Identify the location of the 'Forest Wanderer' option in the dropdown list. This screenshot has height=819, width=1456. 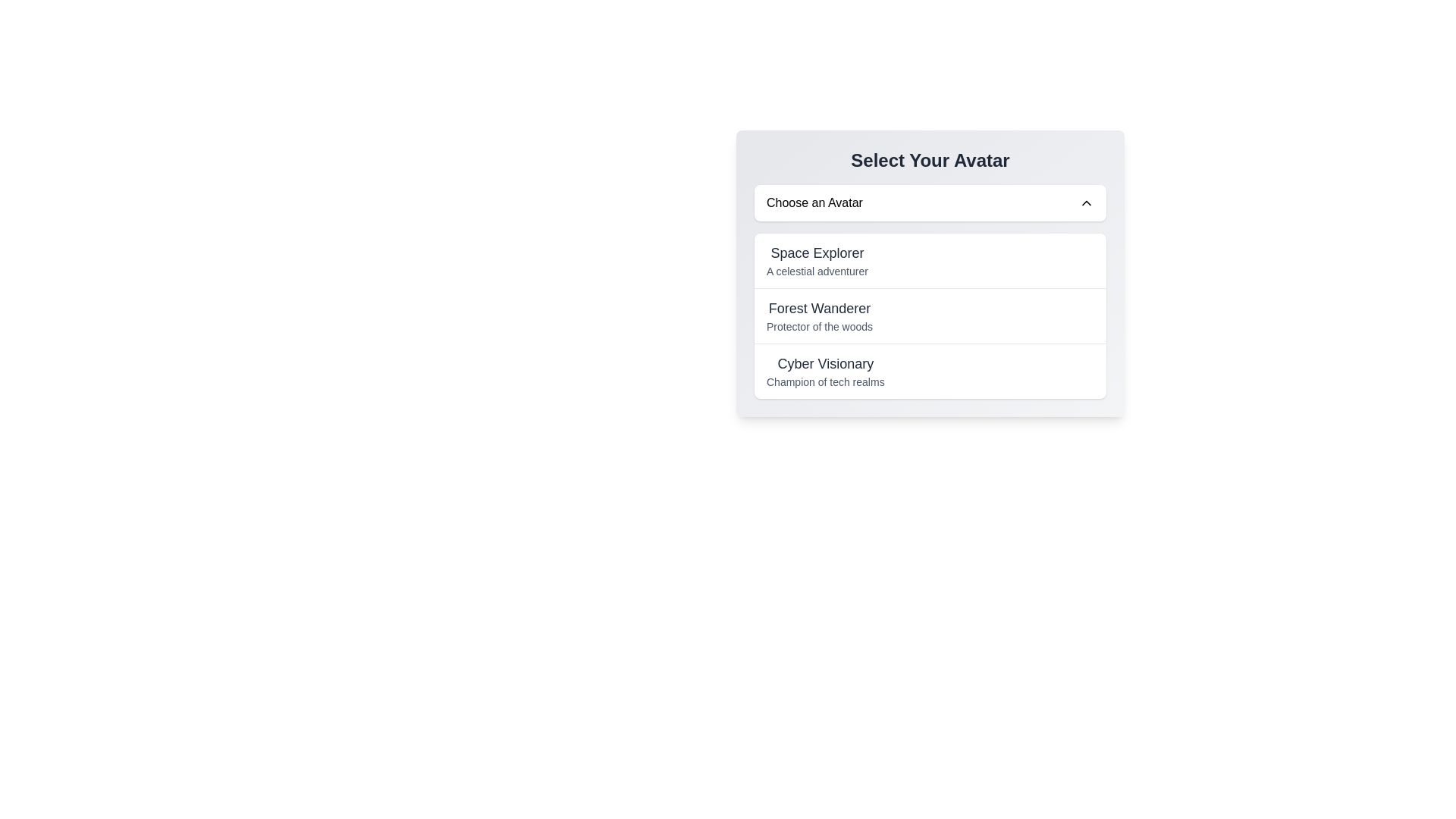
(930, 315).